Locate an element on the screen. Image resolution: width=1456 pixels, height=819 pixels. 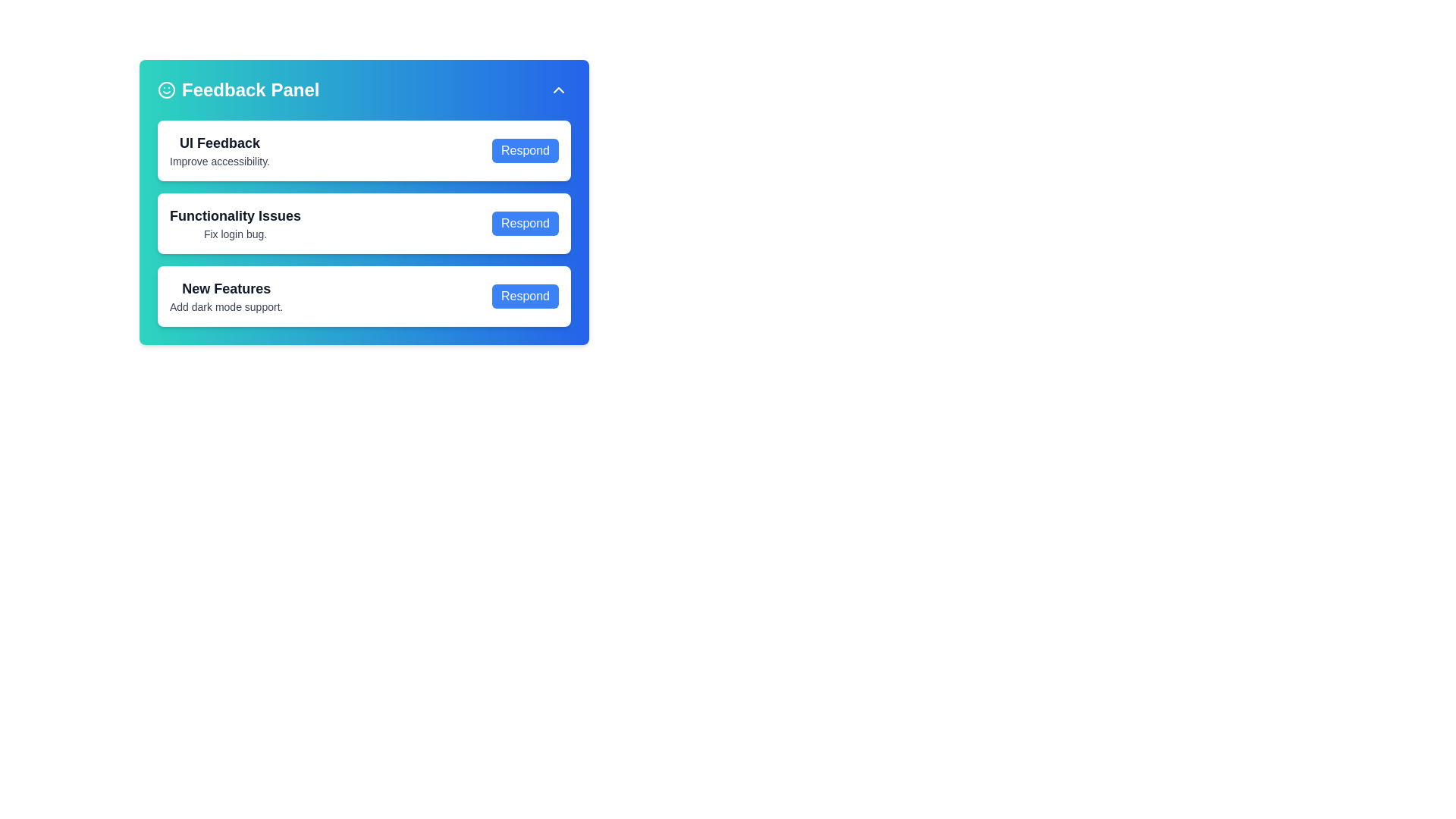
the 'Respond' button, which is the third button in a vertical list related to 'New Features', to trigger alternative interactions is located at coordinates (525, 296).